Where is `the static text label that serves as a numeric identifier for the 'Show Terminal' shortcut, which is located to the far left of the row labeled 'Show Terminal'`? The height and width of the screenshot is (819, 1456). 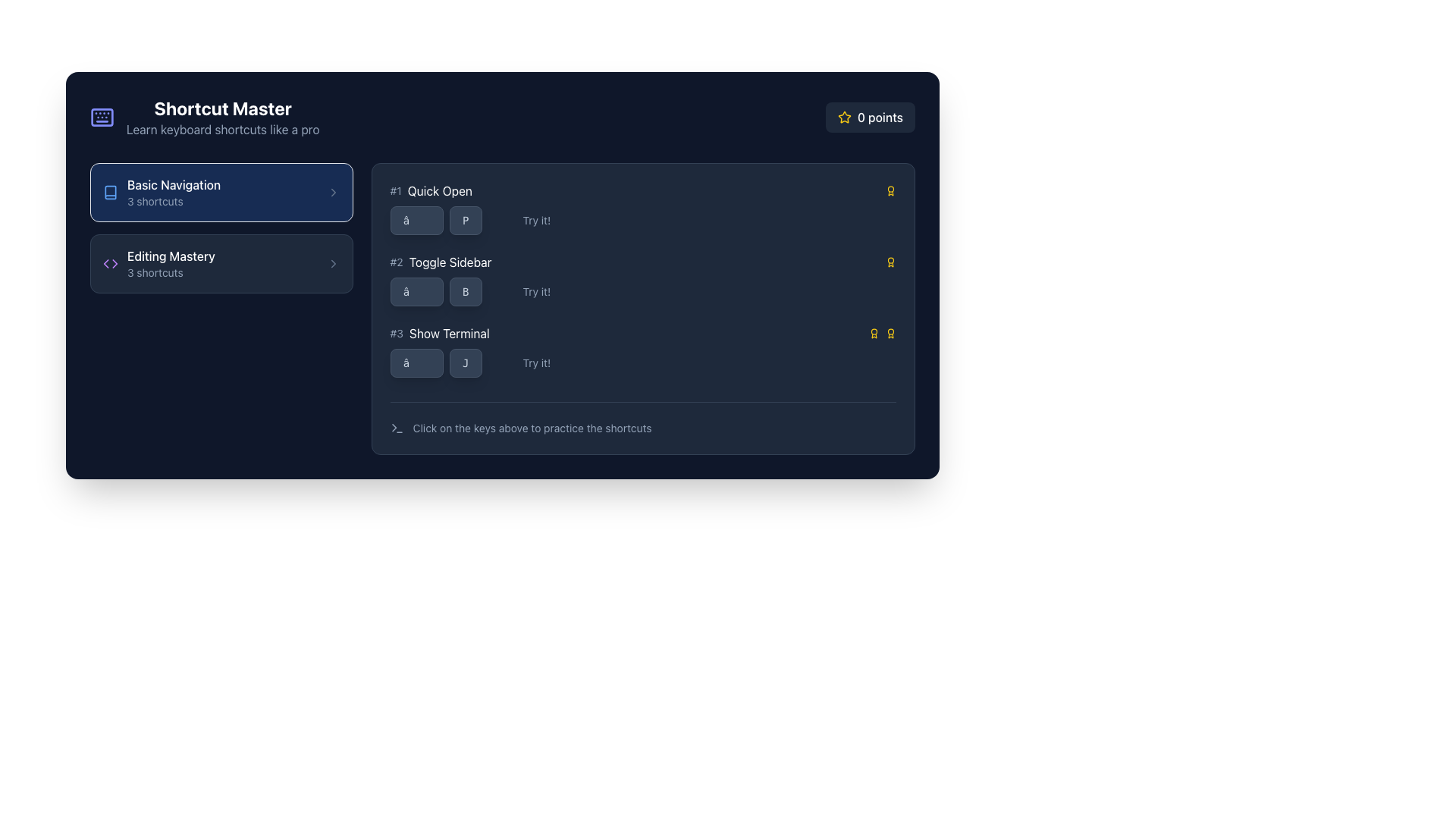 the static text label that serves as a numeric identifier for the 'Show Terminal' shortcut, which is located to the far left of the row labeled 'Show Terminal' is located at coordinates (397, 332).